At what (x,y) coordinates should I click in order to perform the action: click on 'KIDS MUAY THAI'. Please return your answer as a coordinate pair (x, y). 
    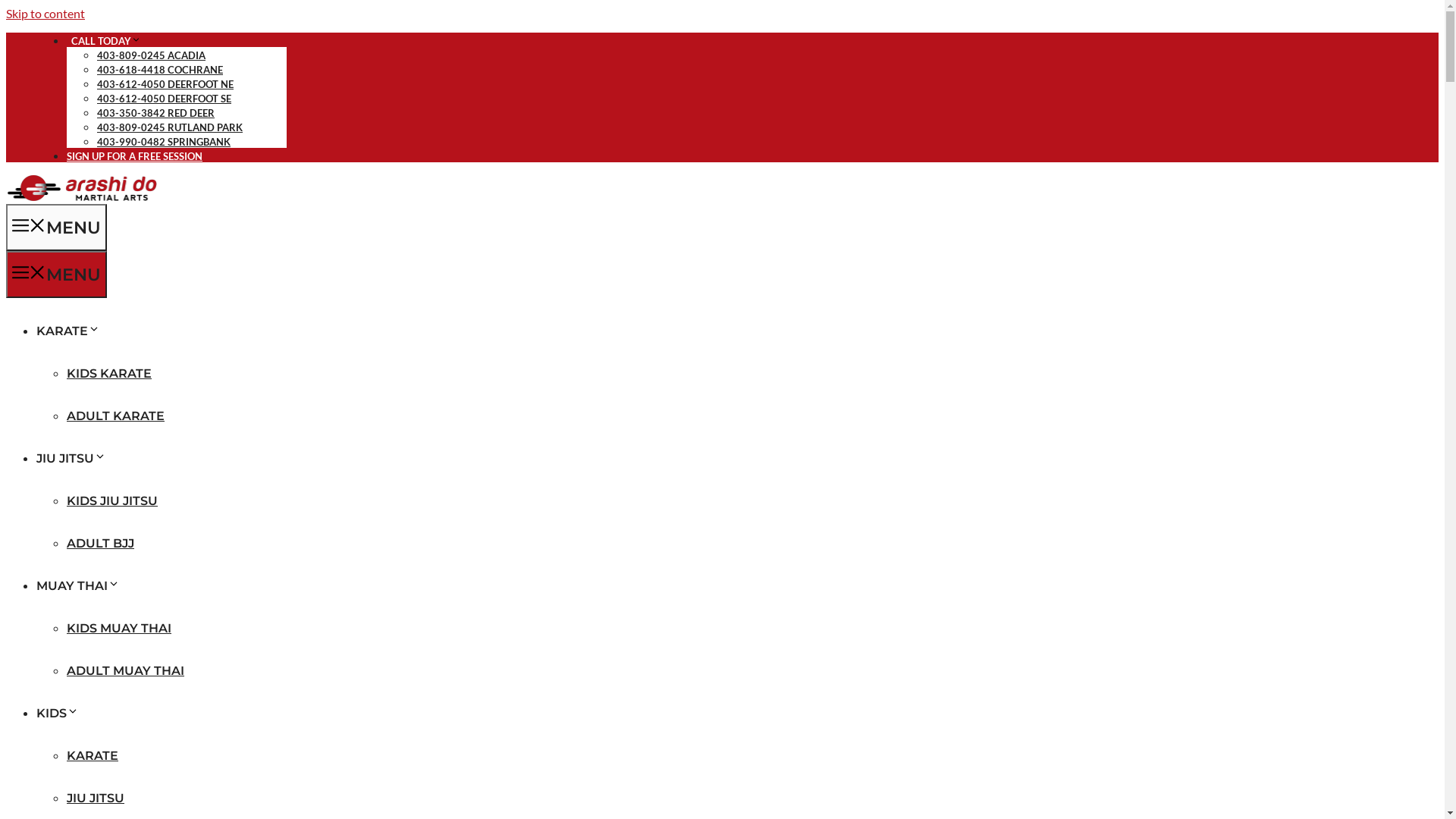
    Looking at the image, I should click on (65, 628).